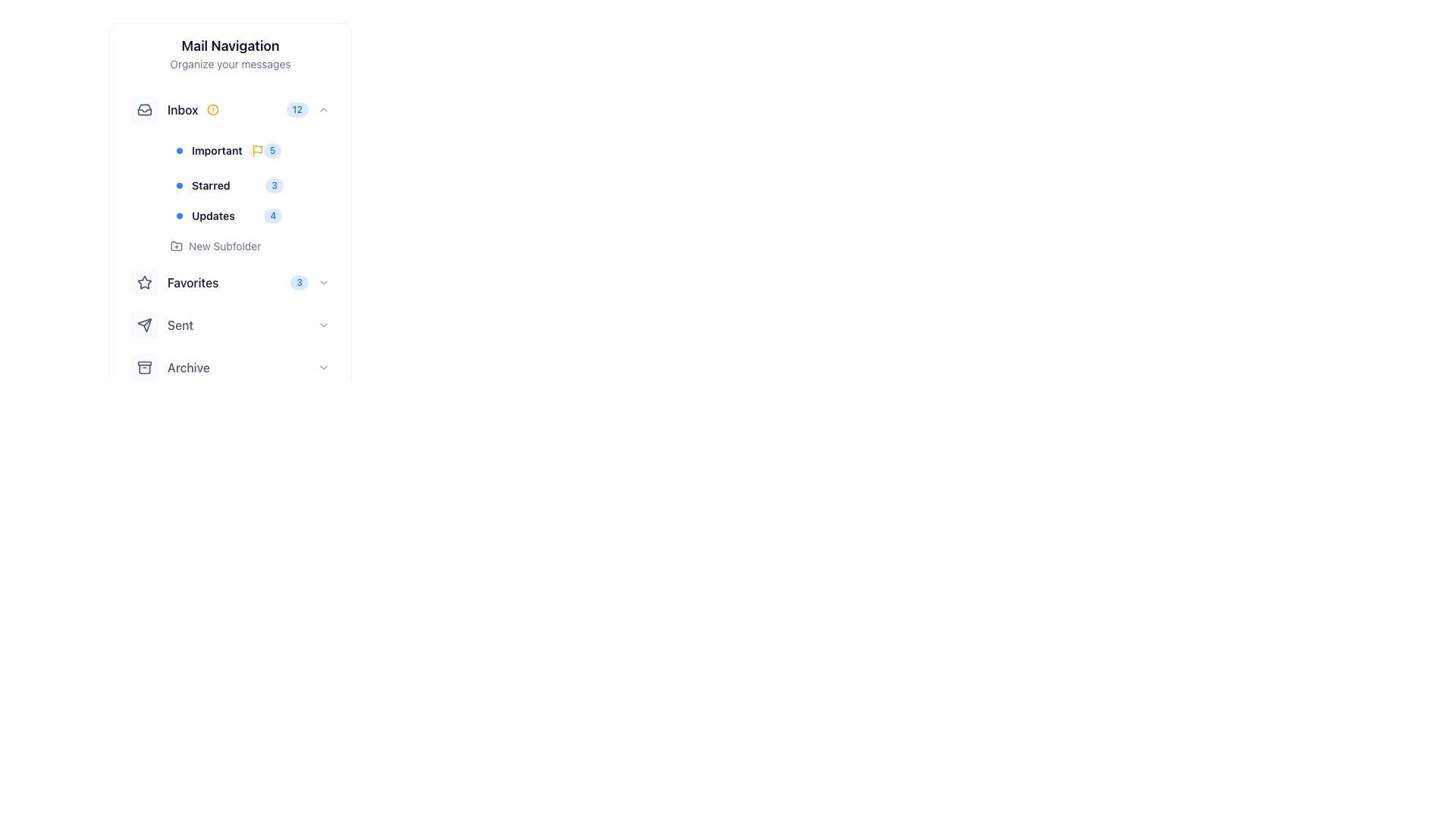 The height and width of the screenshot is (819, 1456). I want to click on the icon button representing a paper plane, which is located in the 'Favorites' section of the navigation menu, next to the 'Sent' label, so click(145, 324).